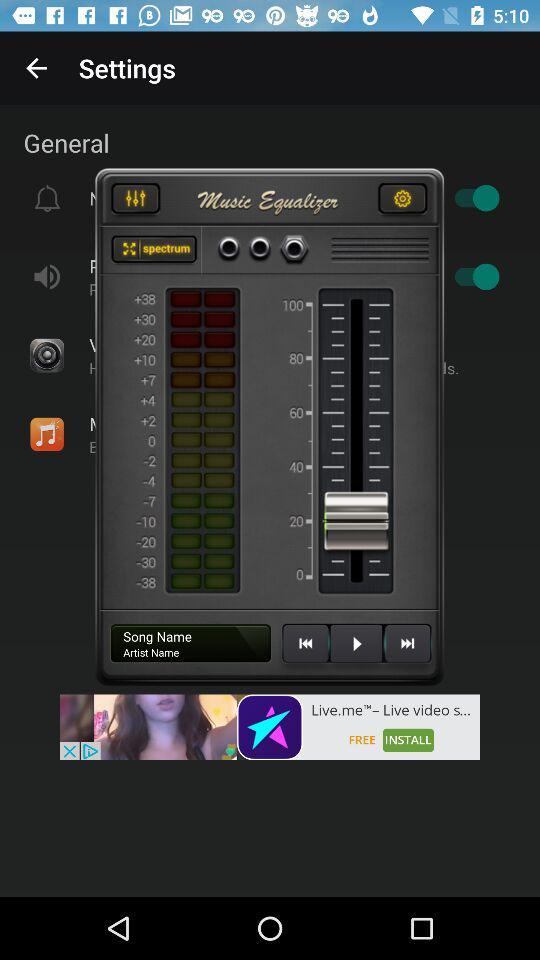 Image resolution: width=540 pixels, height=960 pixels. Describe the element at coordinates (406, 650) in the screenshot. I see `the skip_next icon` at that location.